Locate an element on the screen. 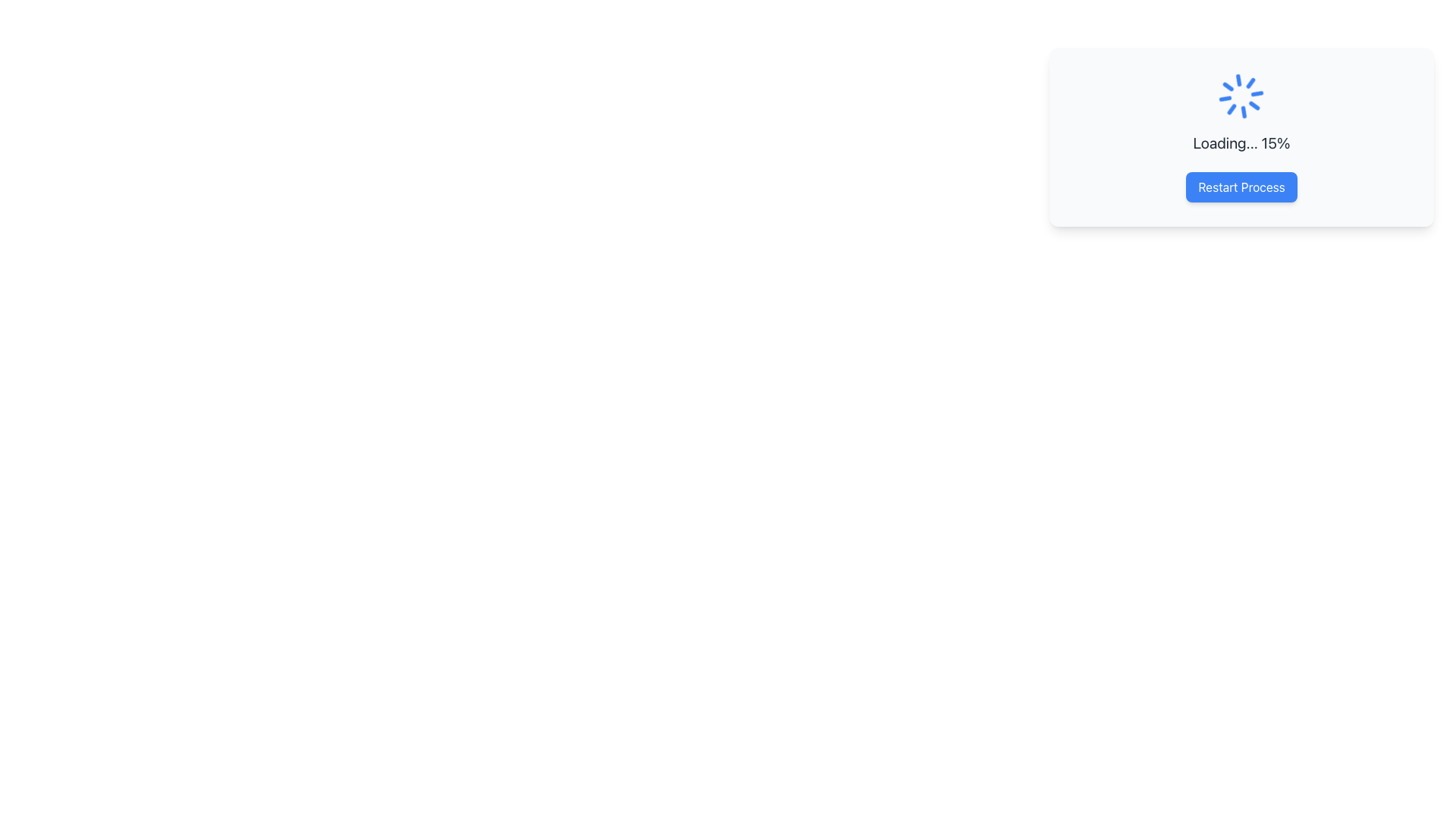 The height and width of the screenshot is (819, 1456). the text label displaying 'Loading... 5%' which is centrally aligned within its panel and has a large text size is located at coordinates (1241, 143).